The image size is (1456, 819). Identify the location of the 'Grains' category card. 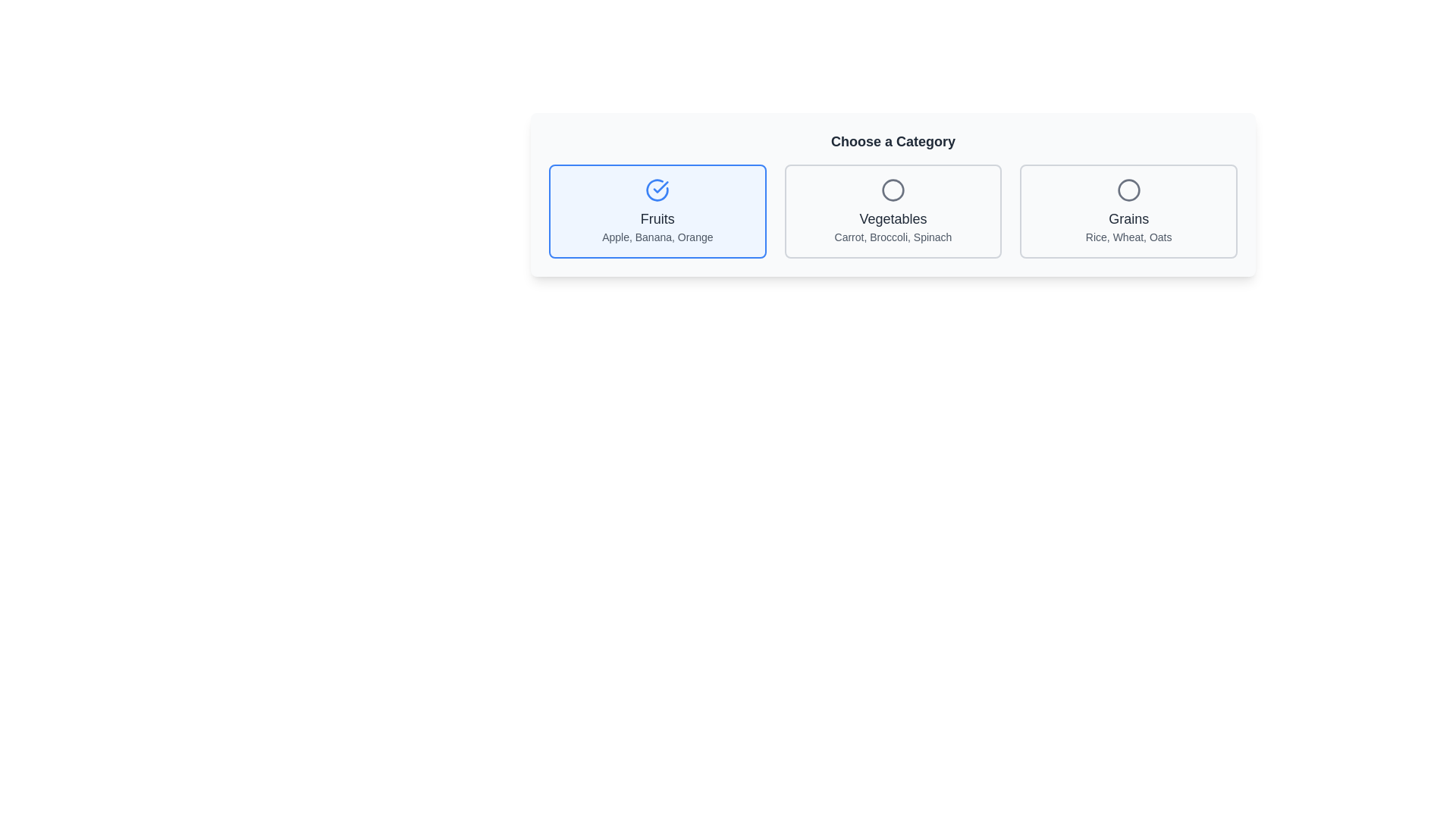
(1128, 211).